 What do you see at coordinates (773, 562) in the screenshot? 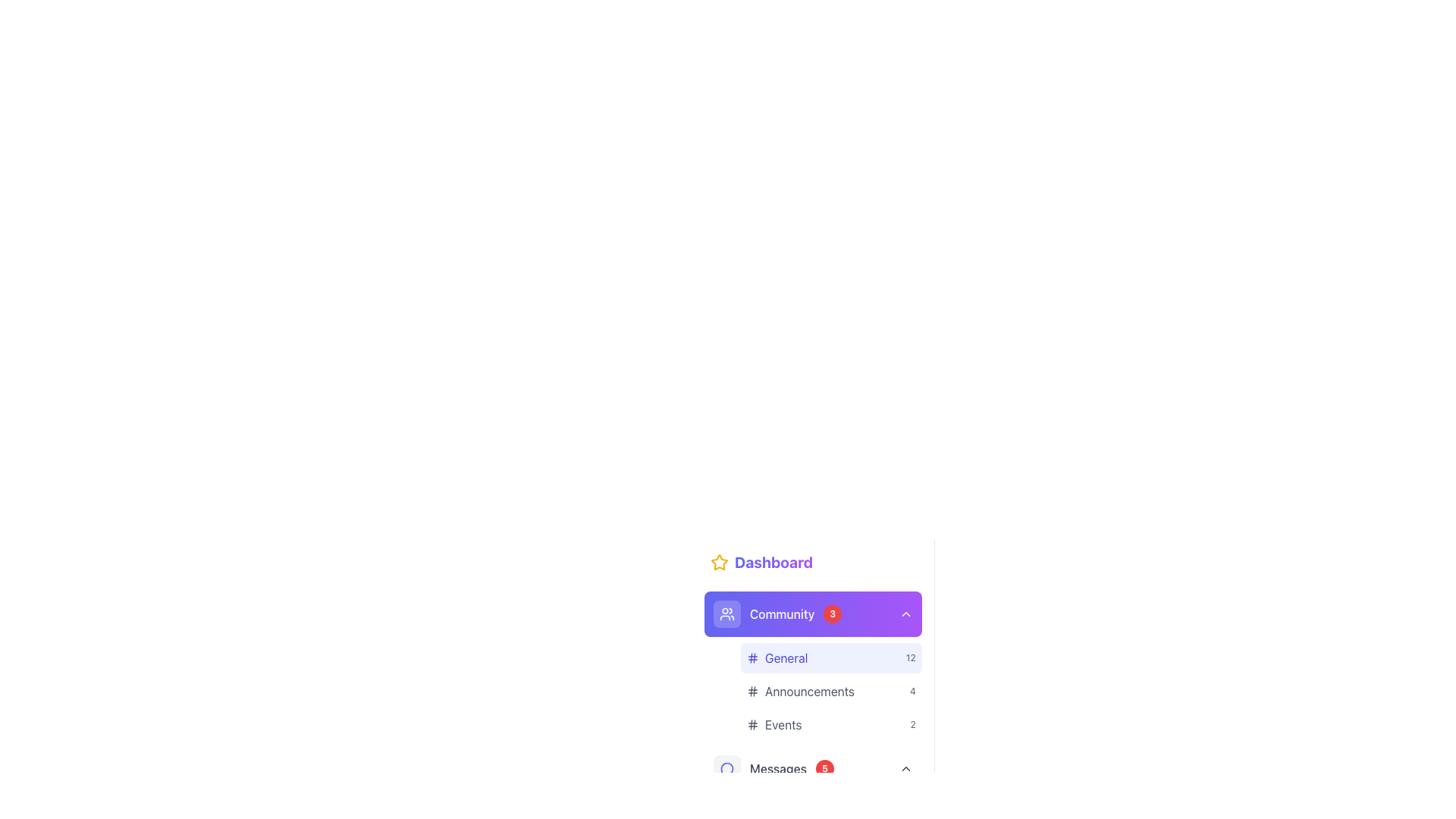
I see `text from the bold and large 'Dashboard' header, which features a gradient color scheme and is located in the top portion of the sidebar, positioned next to a yellow star icon` at bounding box center [773, 562].